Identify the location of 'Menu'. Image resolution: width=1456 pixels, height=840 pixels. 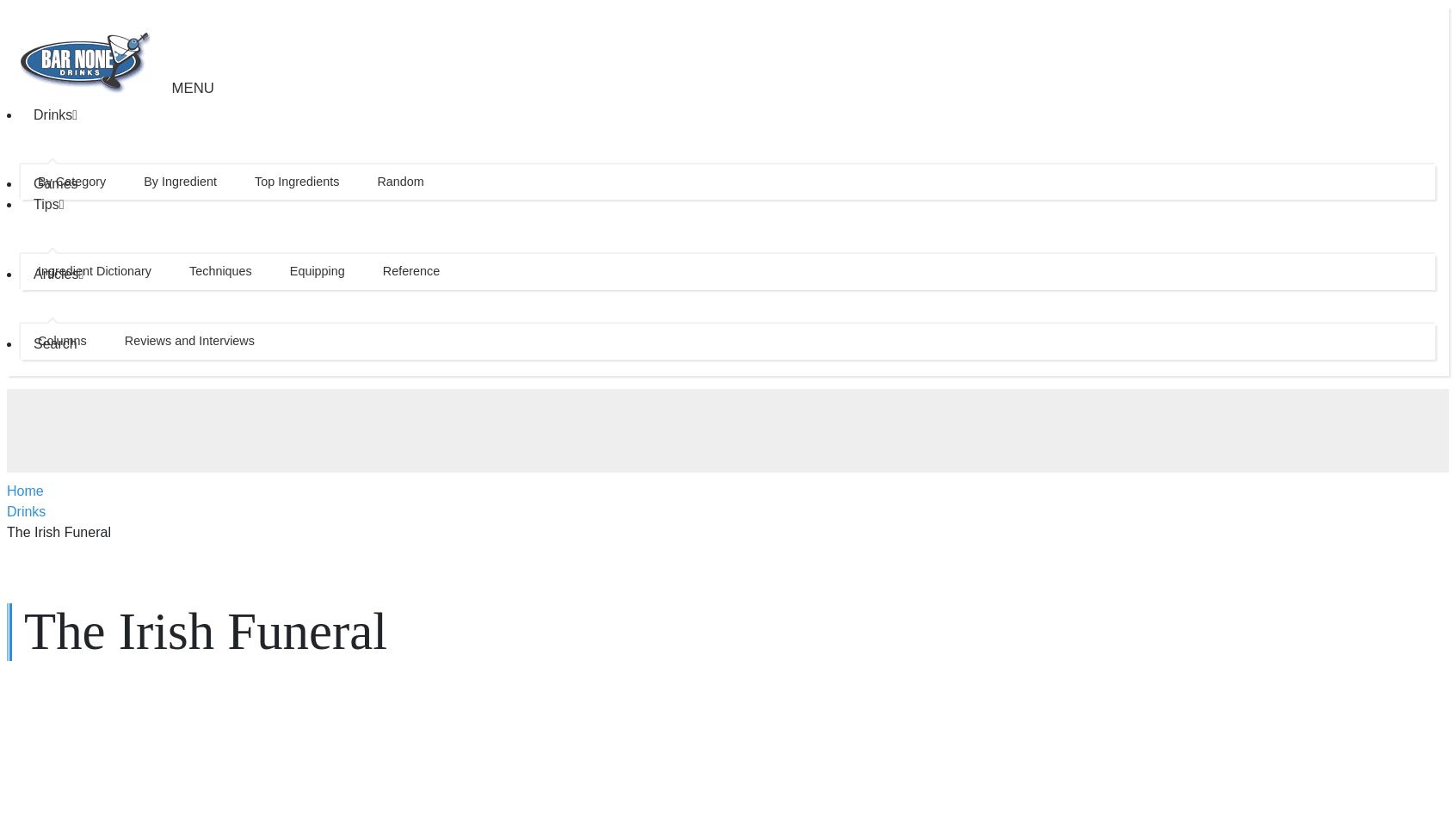
(170, 88).